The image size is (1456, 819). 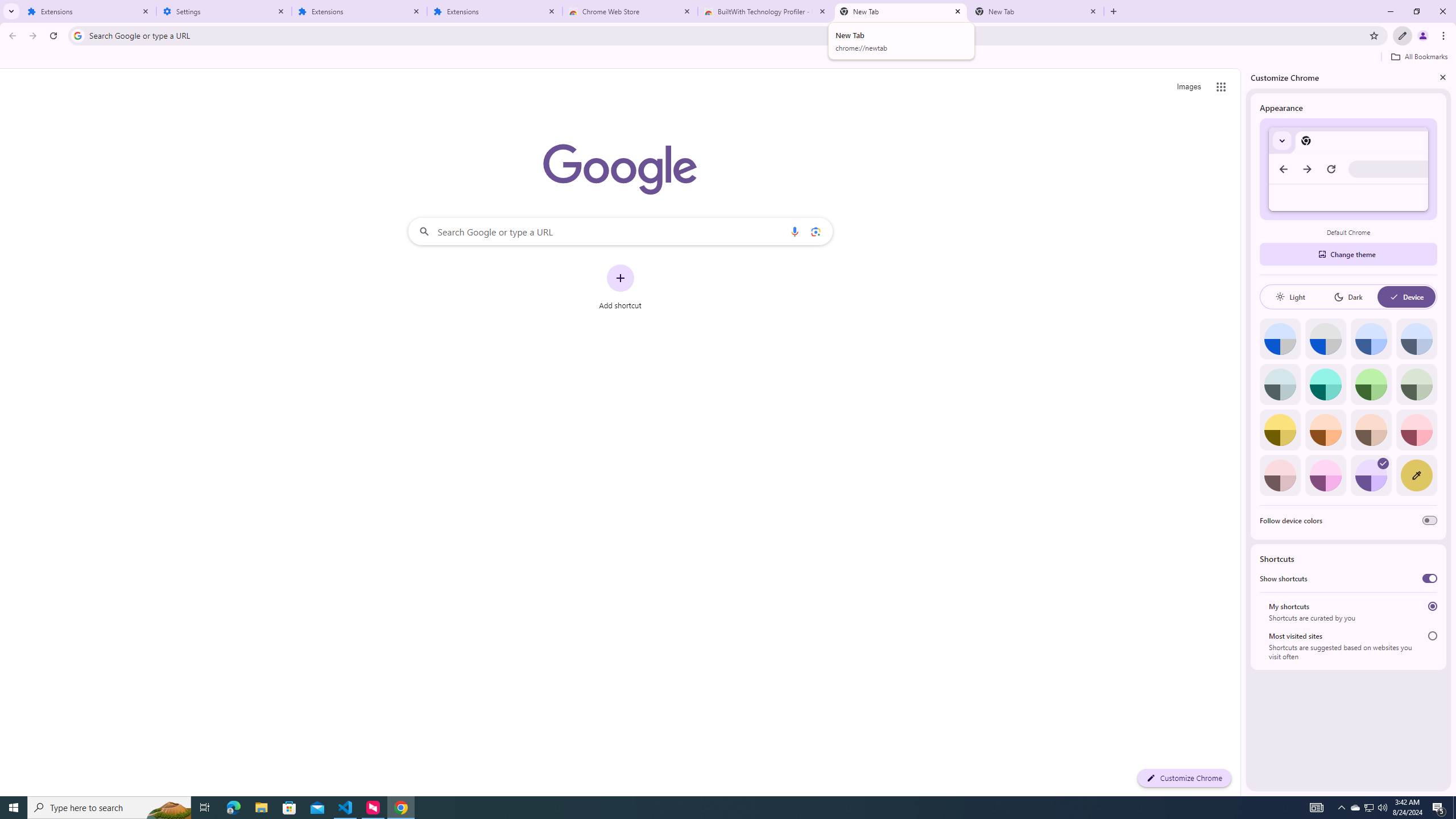 What do you see at coordinates (1325, 475) in the screenshot?
I see `'Fuchsia'` at bounding box center [1325, 475].